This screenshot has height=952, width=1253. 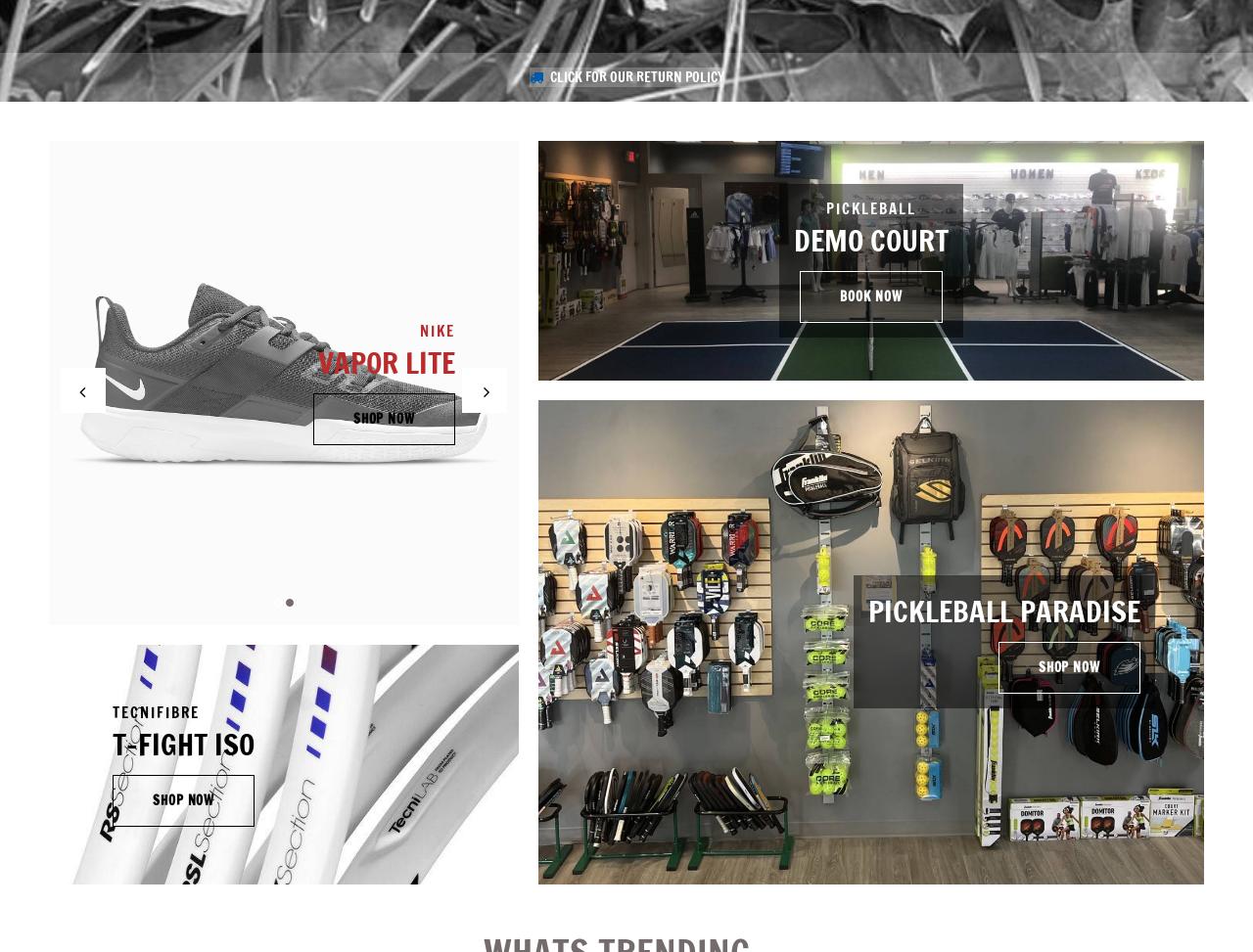 I want to click on 'DEMO COURT', so click(x=869, y=238).